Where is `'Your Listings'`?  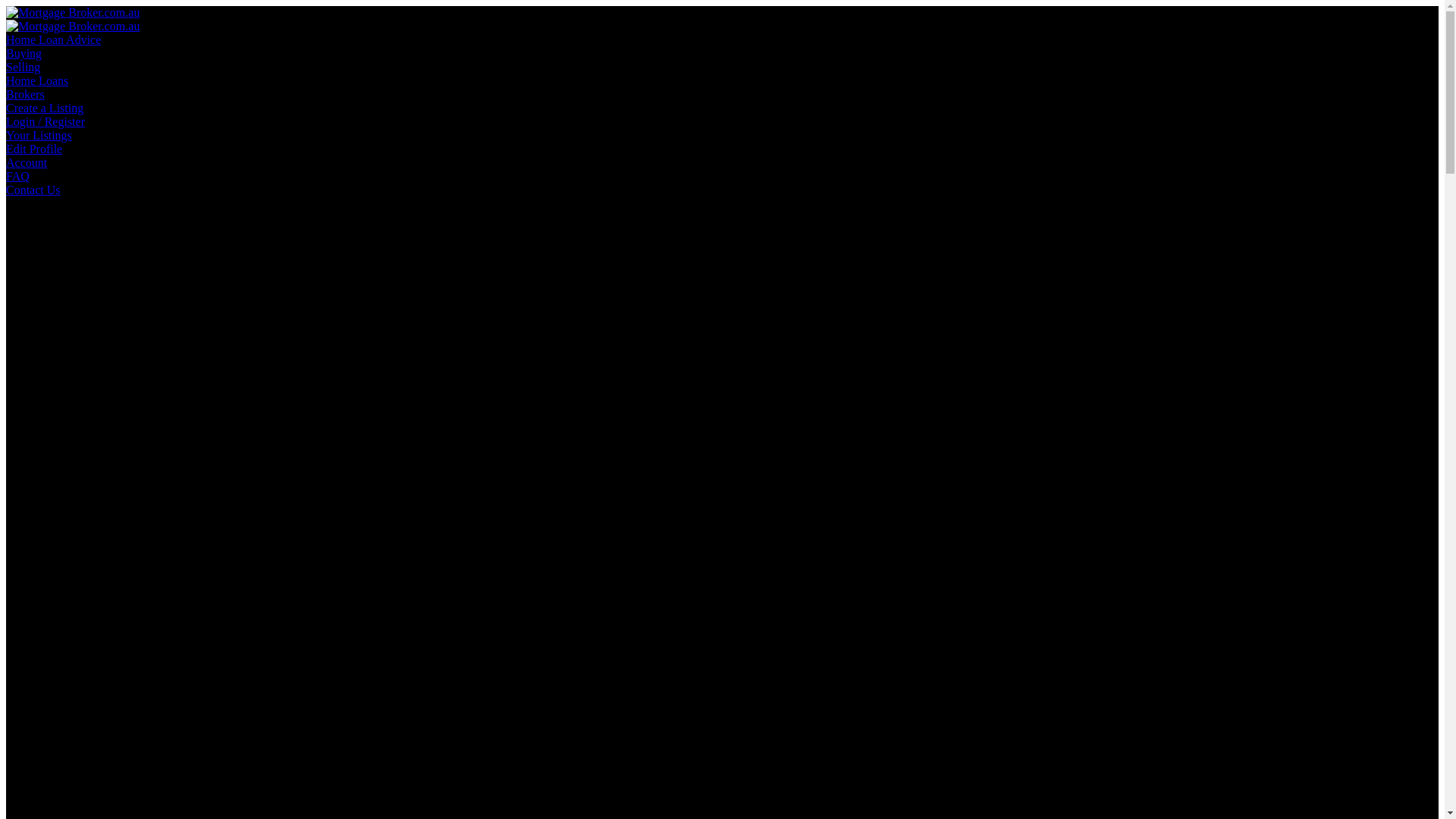
'Your Listings' is located at coordinates (6, 134).